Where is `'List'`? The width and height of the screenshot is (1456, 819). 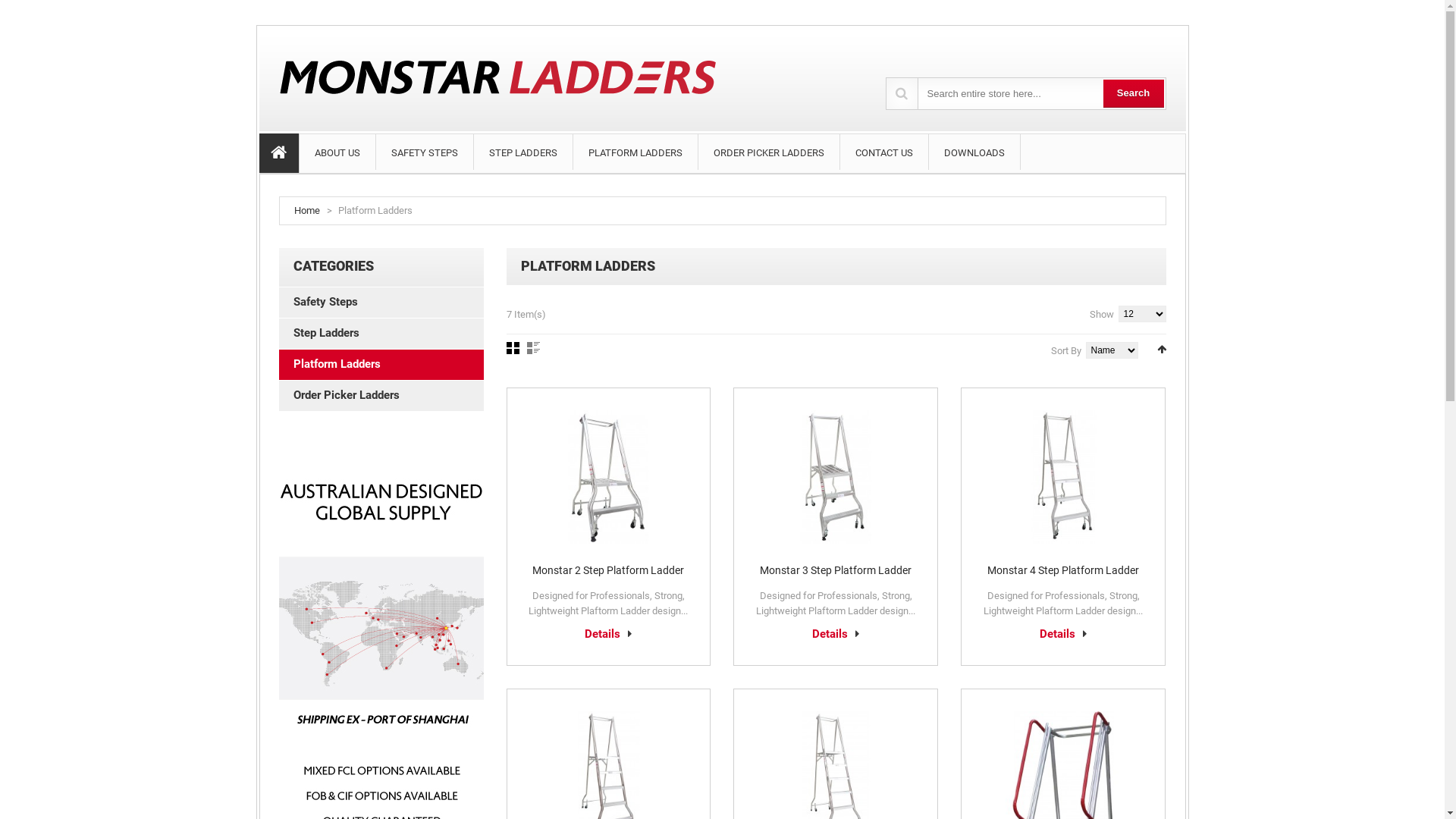
'List' is located at coordinates (532, 348).